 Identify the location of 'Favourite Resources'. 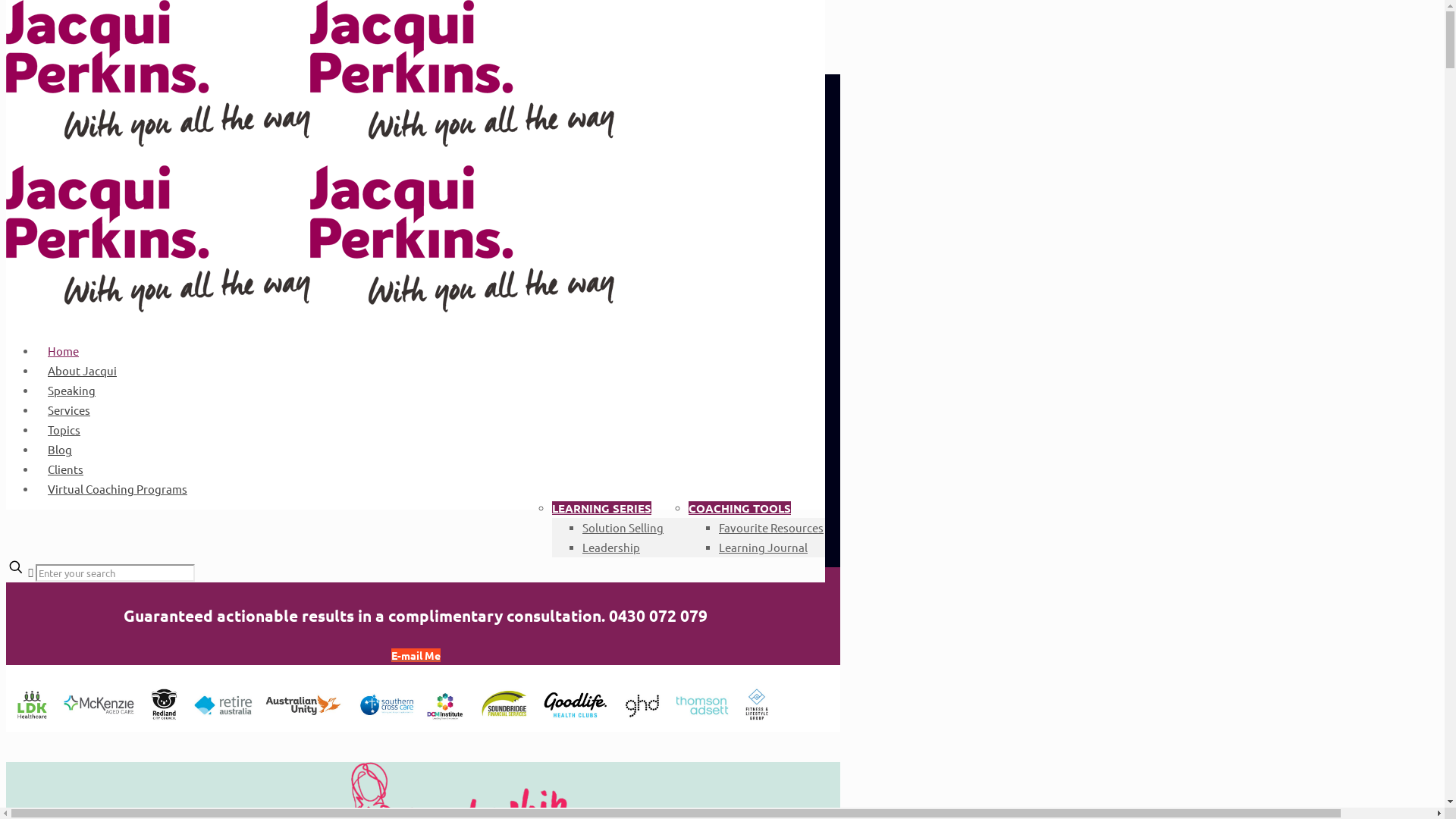
(771, 526).